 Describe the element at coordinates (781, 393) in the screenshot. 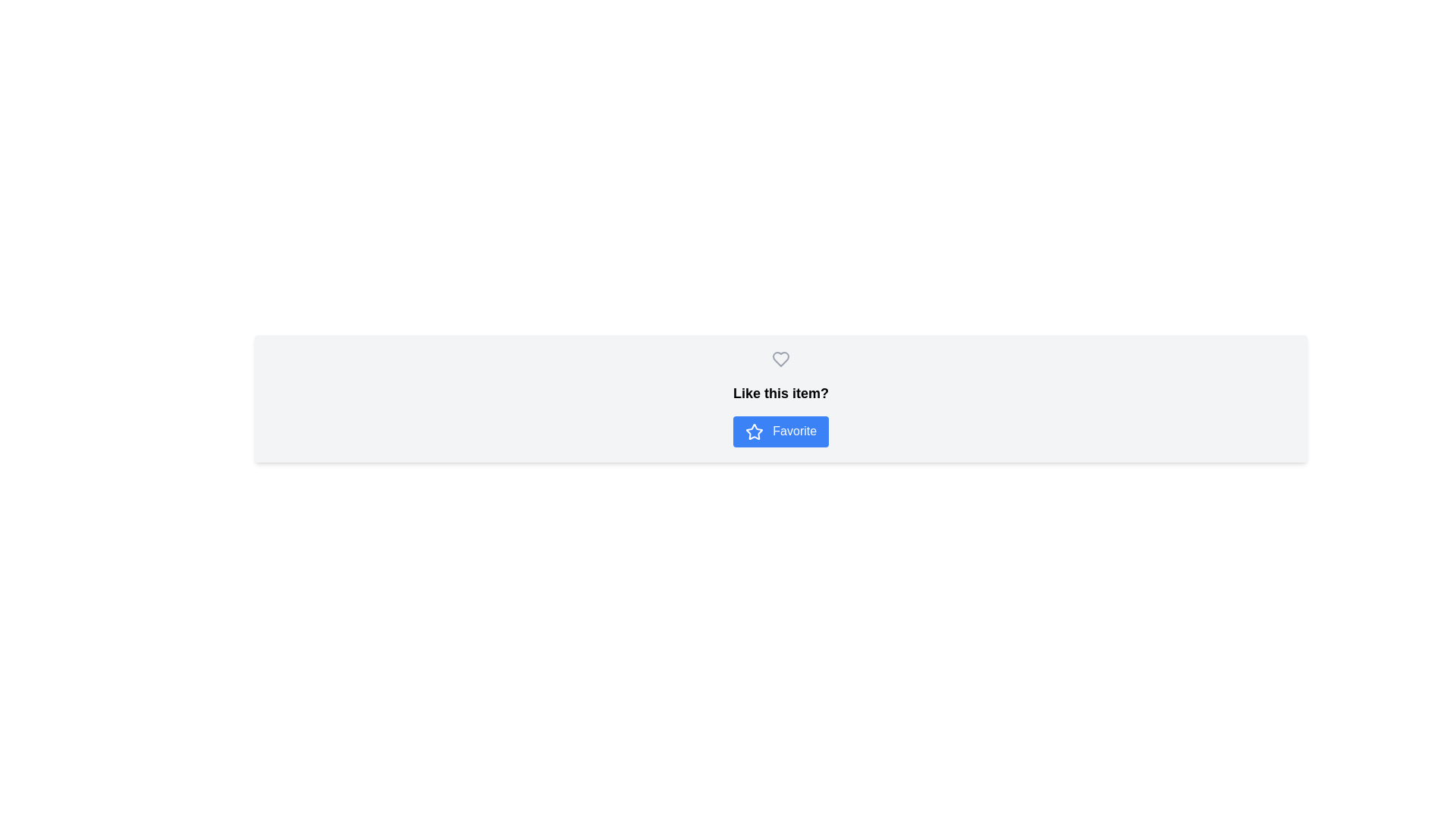

I see `the static text label that serves as a question prompt to the user, located above the 'Favorite' button and beneath a heart icon` at that location.